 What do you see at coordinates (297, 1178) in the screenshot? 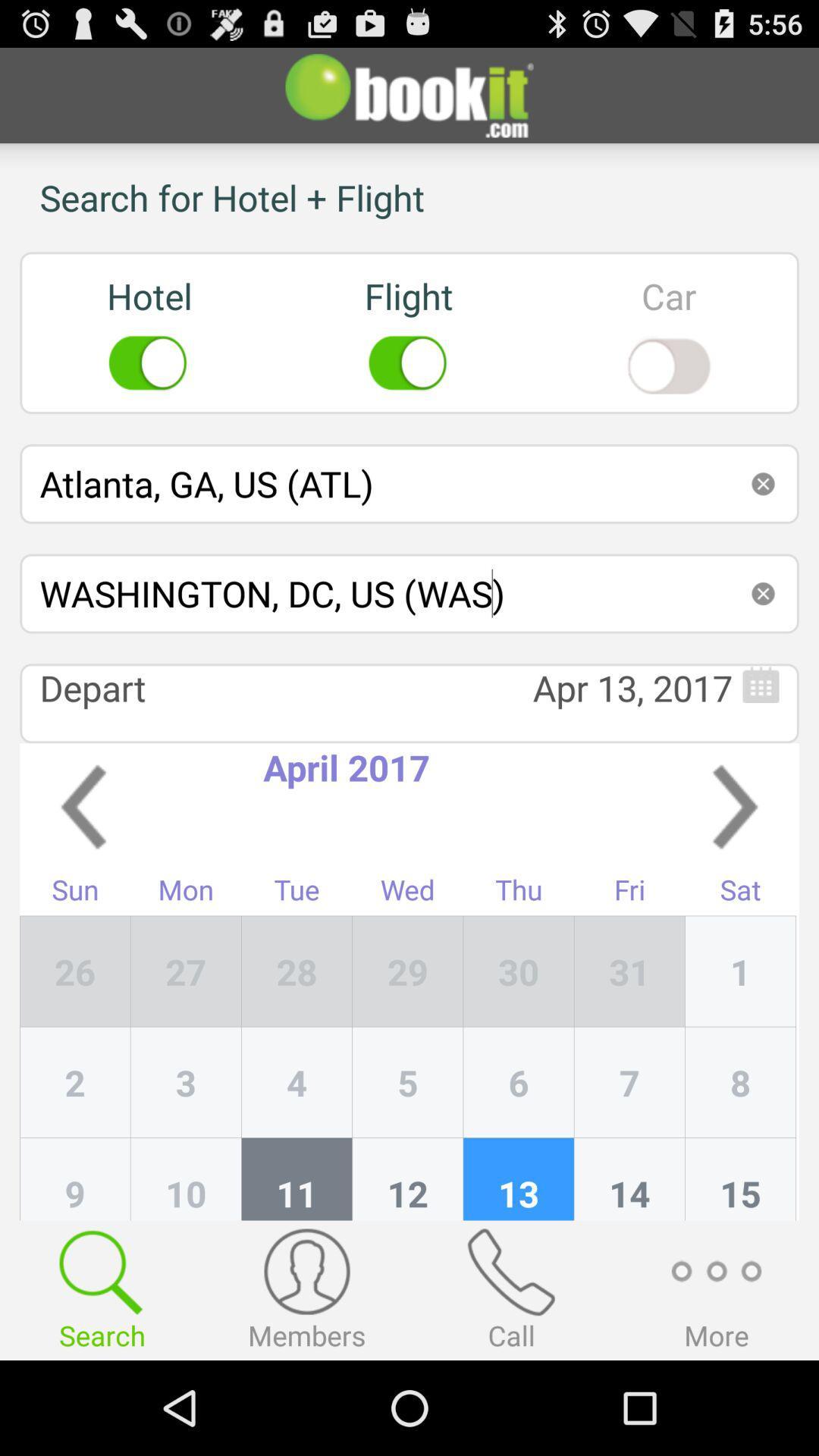
I see `the item to the left of 5 item` at bounding box center [297, 1178].